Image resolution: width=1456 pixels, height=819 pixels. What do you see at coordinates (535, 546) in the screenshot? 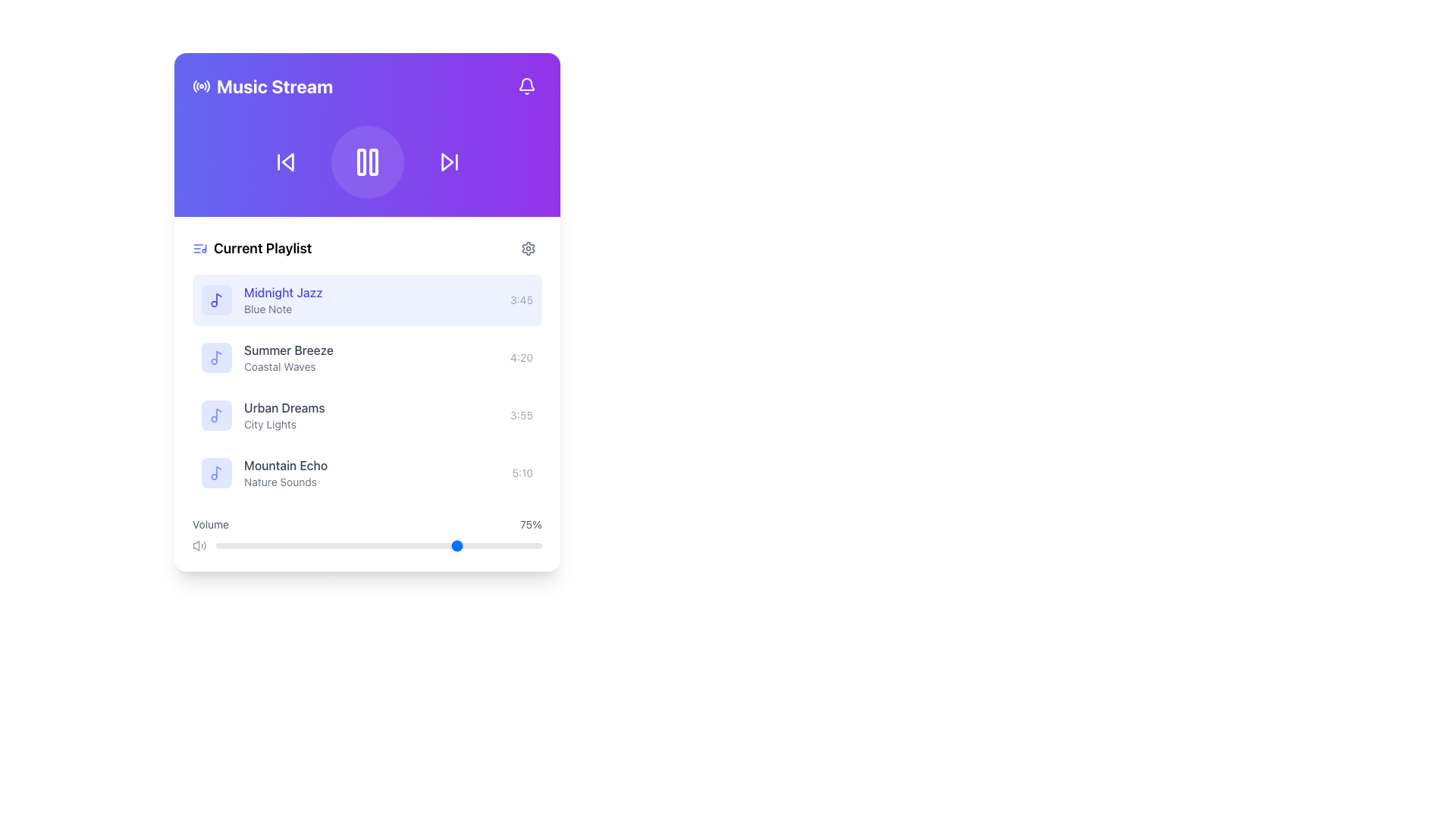
I see `the volume slider` at bounding box center [535, 546].